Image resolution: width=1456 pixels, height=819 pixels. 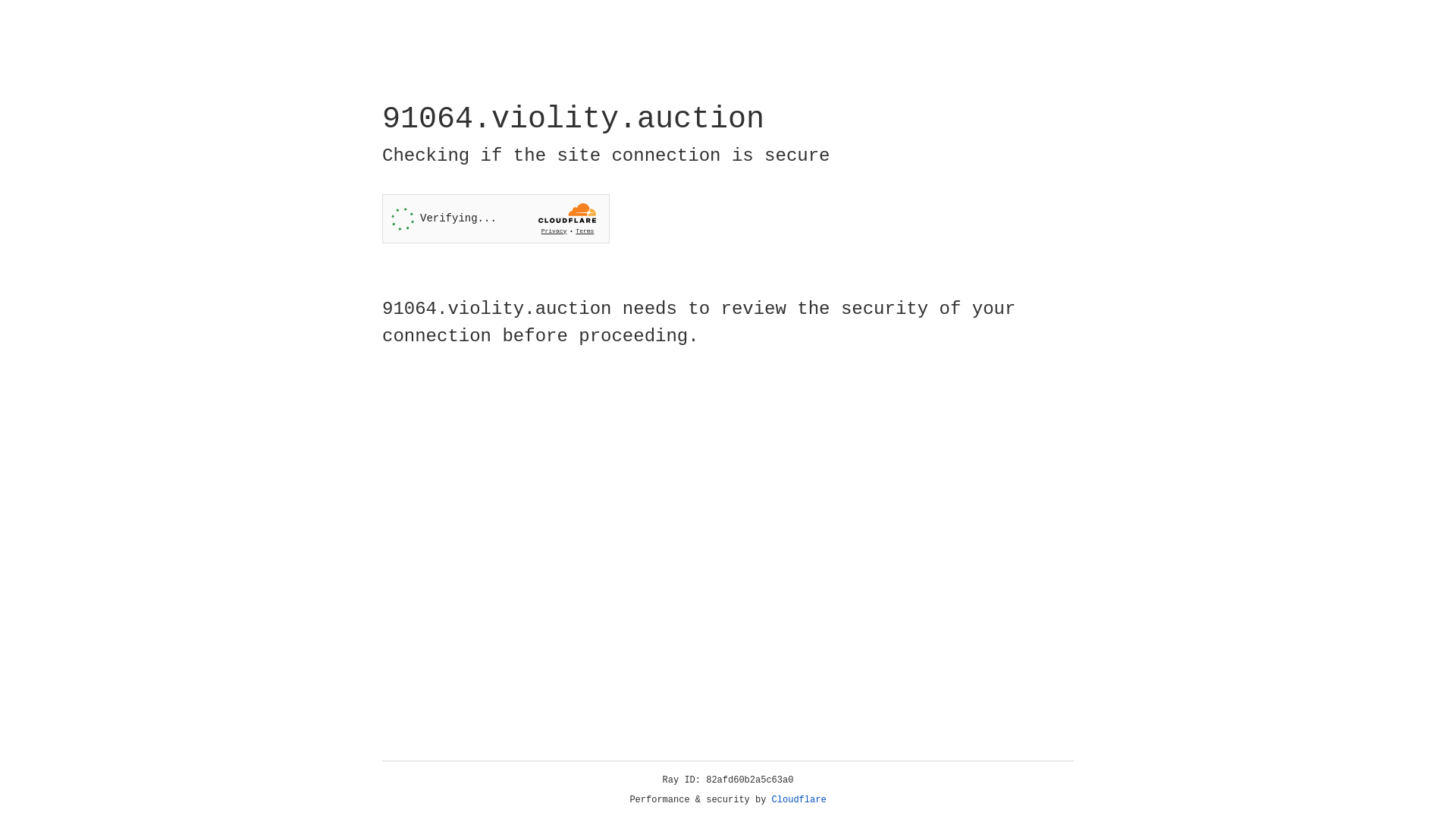 I want to click on 'Cloudflare', so click(x=771, y=799).